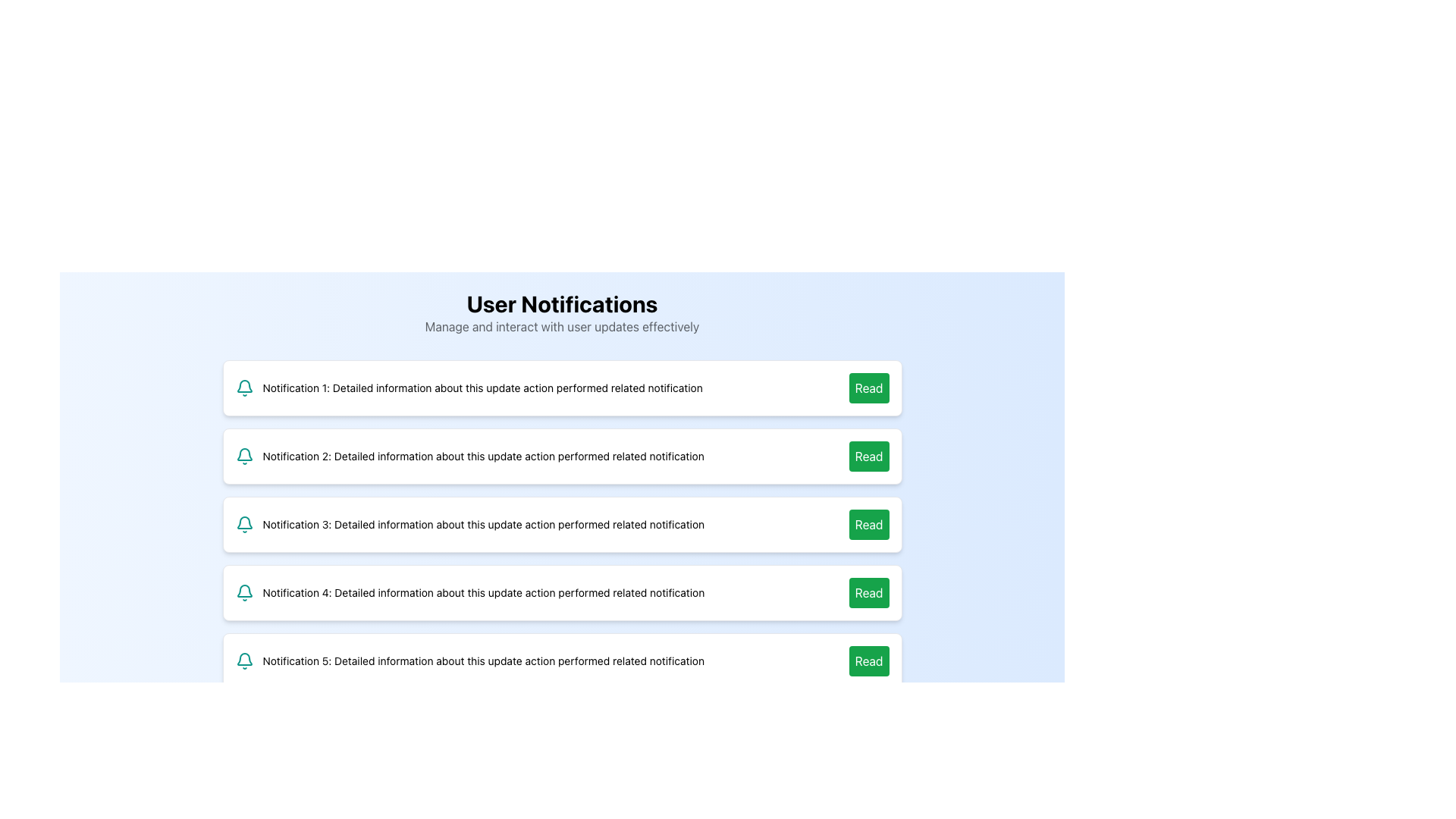 This screenshot has height=819, width=1456. I want to click on the bell icon, which serves as a visual indicator for notifications, located at the leftmost side of the first notification row, so click(244, 388).